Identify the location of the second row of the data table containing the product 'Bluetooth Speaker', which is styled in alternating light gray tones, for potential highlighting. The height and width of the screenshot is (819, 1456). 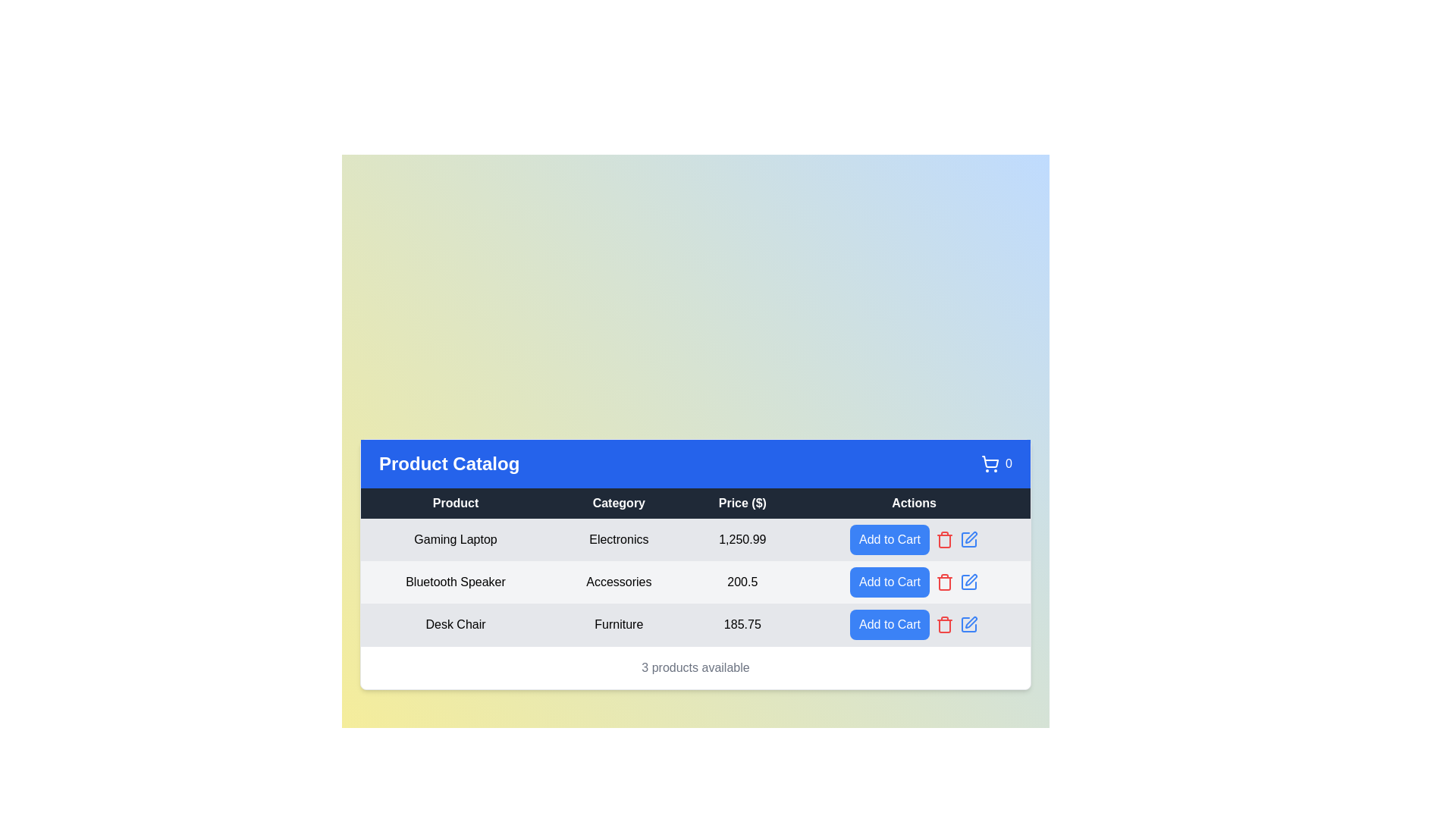
(695, 581).